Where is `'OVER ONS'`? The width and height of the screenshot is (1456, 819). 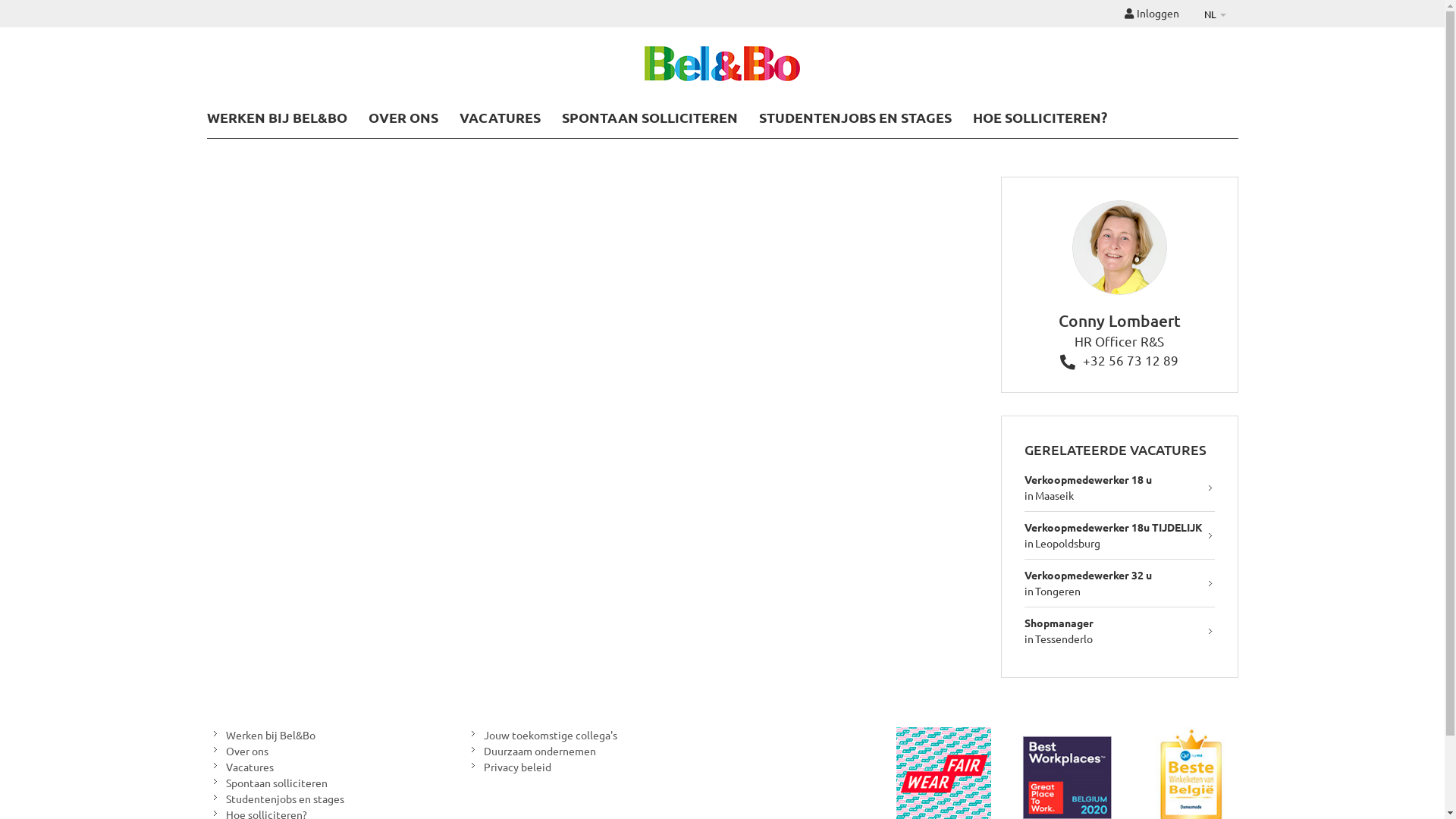
'OVER ONS' is located at coordinates (368, 116).